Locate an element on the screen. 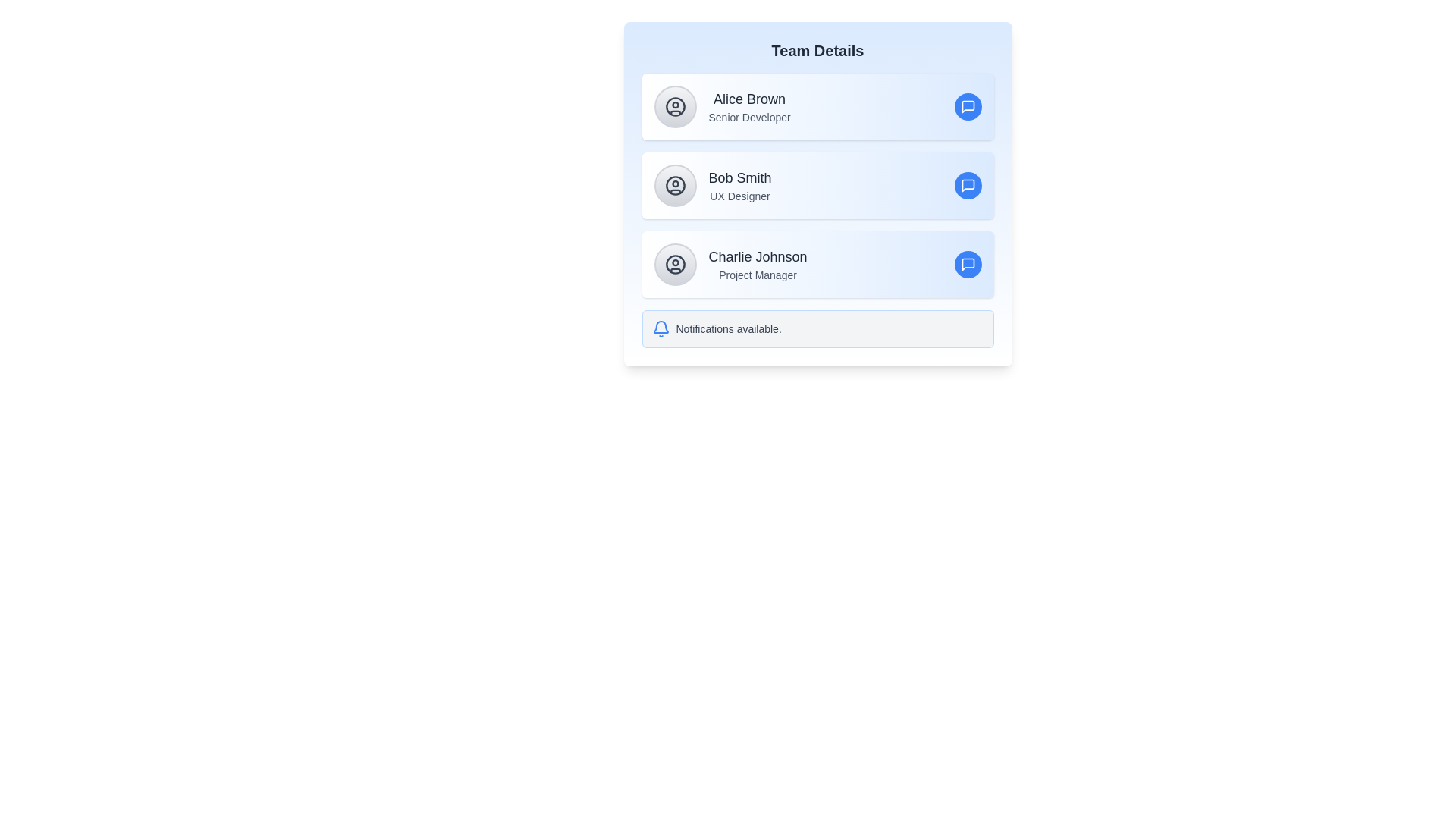 This screenshot has width=1456, height=819. the profile icon representing 'Bob Smith (UX Designer)', which is the second profile icon in the list of users is located at coordinates (674, 185).